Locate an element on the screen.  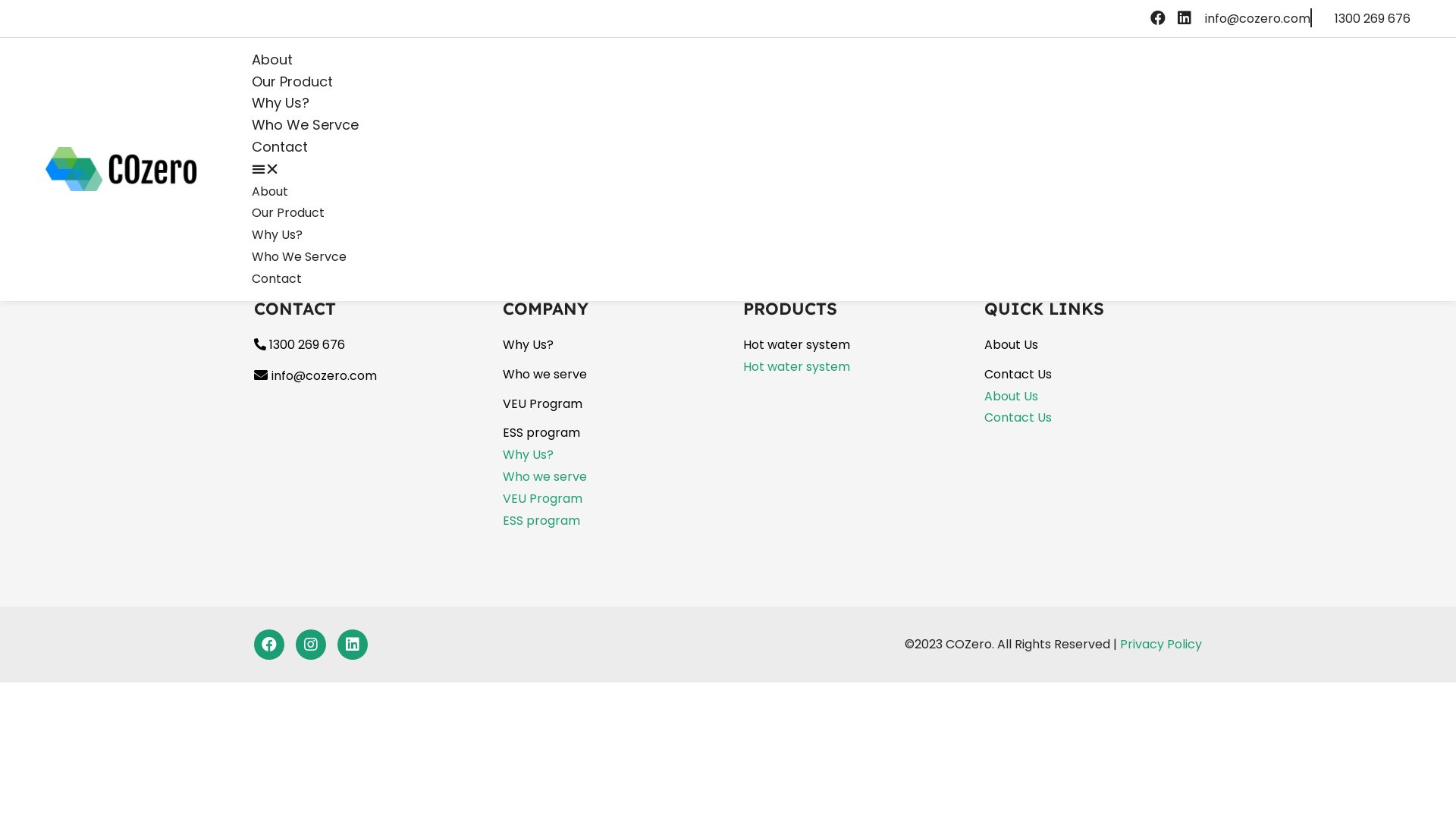
'About' is located at coordinates (269, 190).